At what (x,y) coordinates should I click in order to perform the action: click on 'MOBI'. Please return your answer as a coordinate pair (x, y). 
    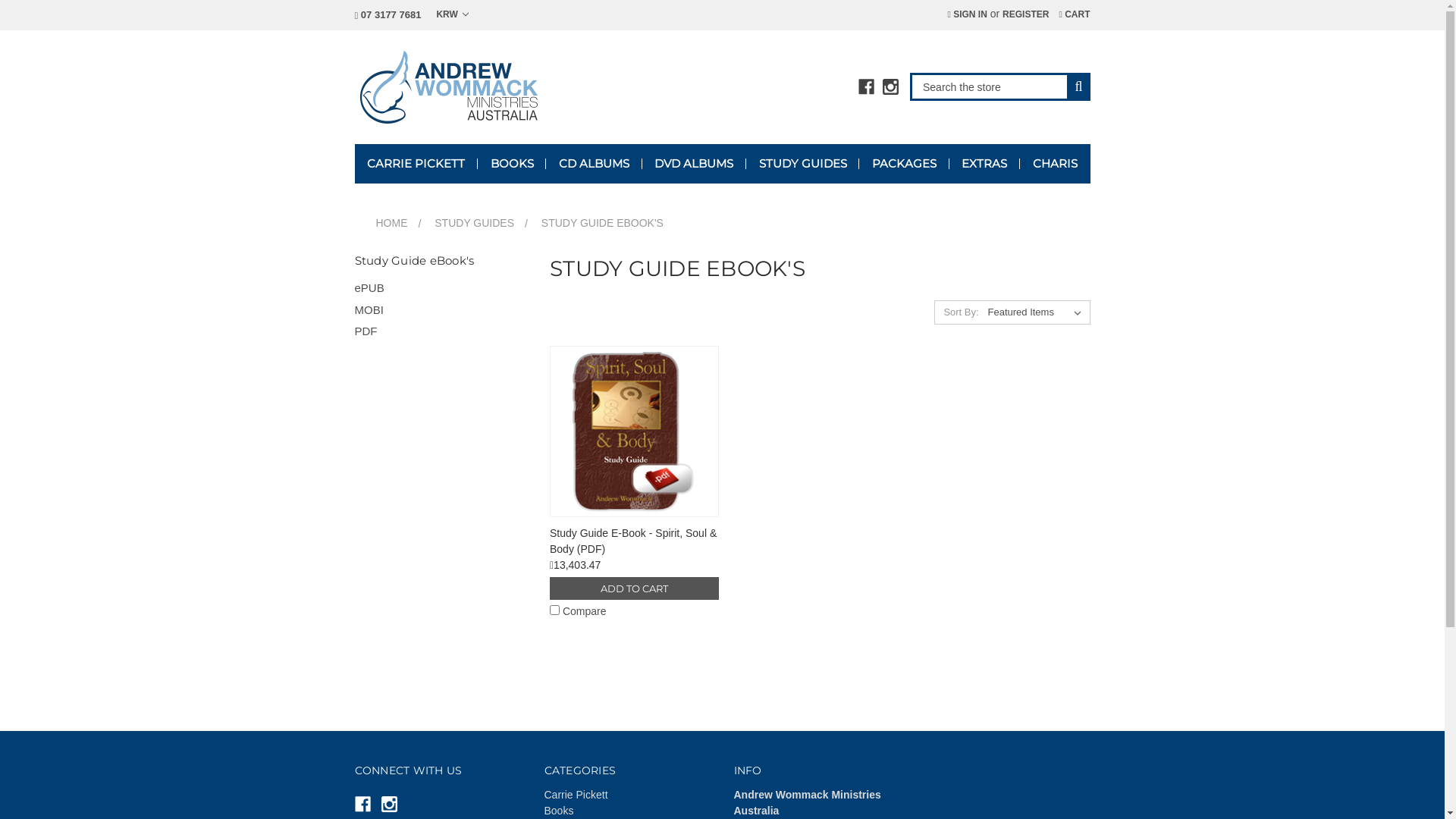
    Looking at the image, I should click on (353, 309).